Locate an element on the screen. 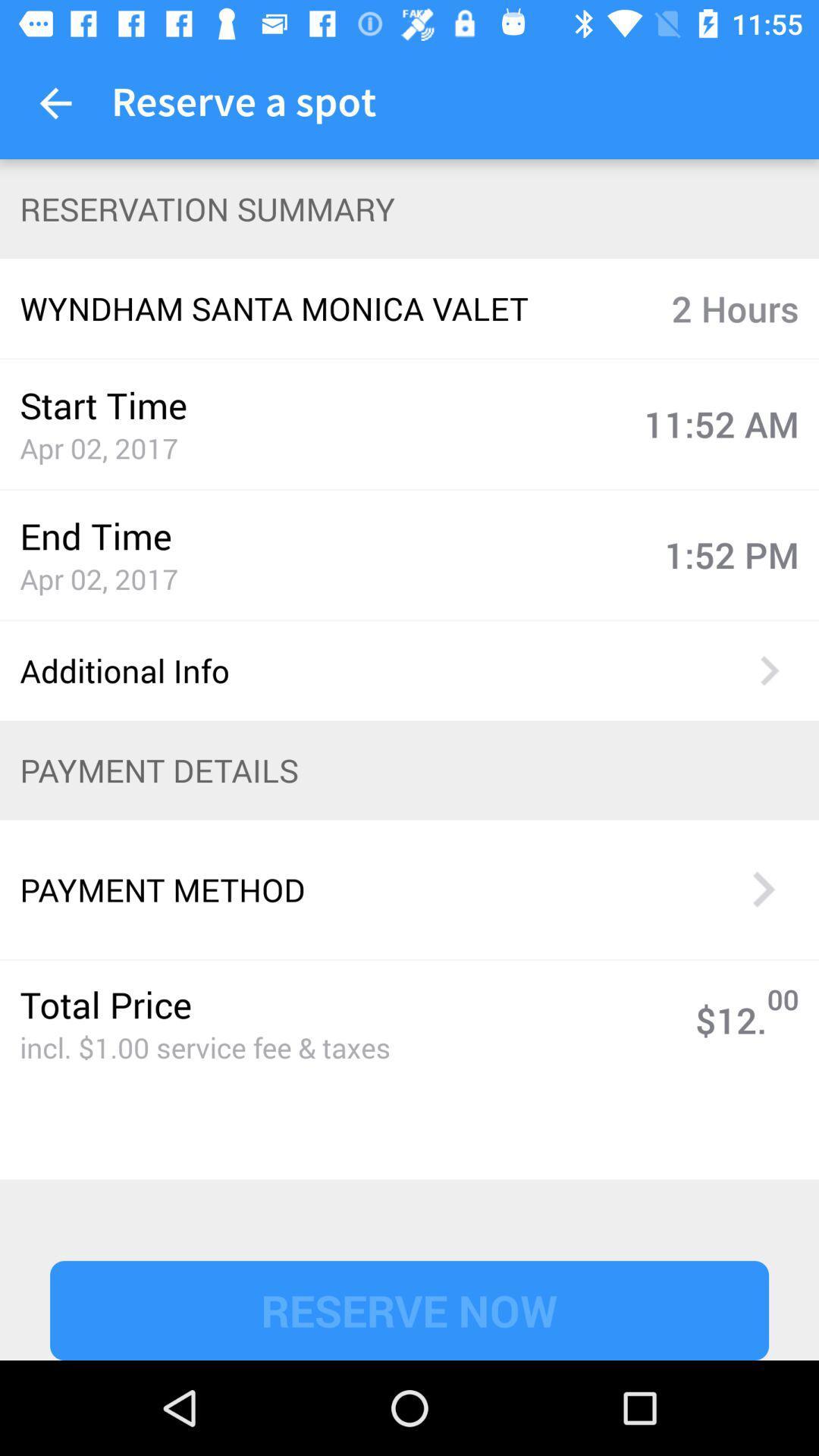 This screenshot has height=1456, width=819. next button is located at coordinates (763, 889).